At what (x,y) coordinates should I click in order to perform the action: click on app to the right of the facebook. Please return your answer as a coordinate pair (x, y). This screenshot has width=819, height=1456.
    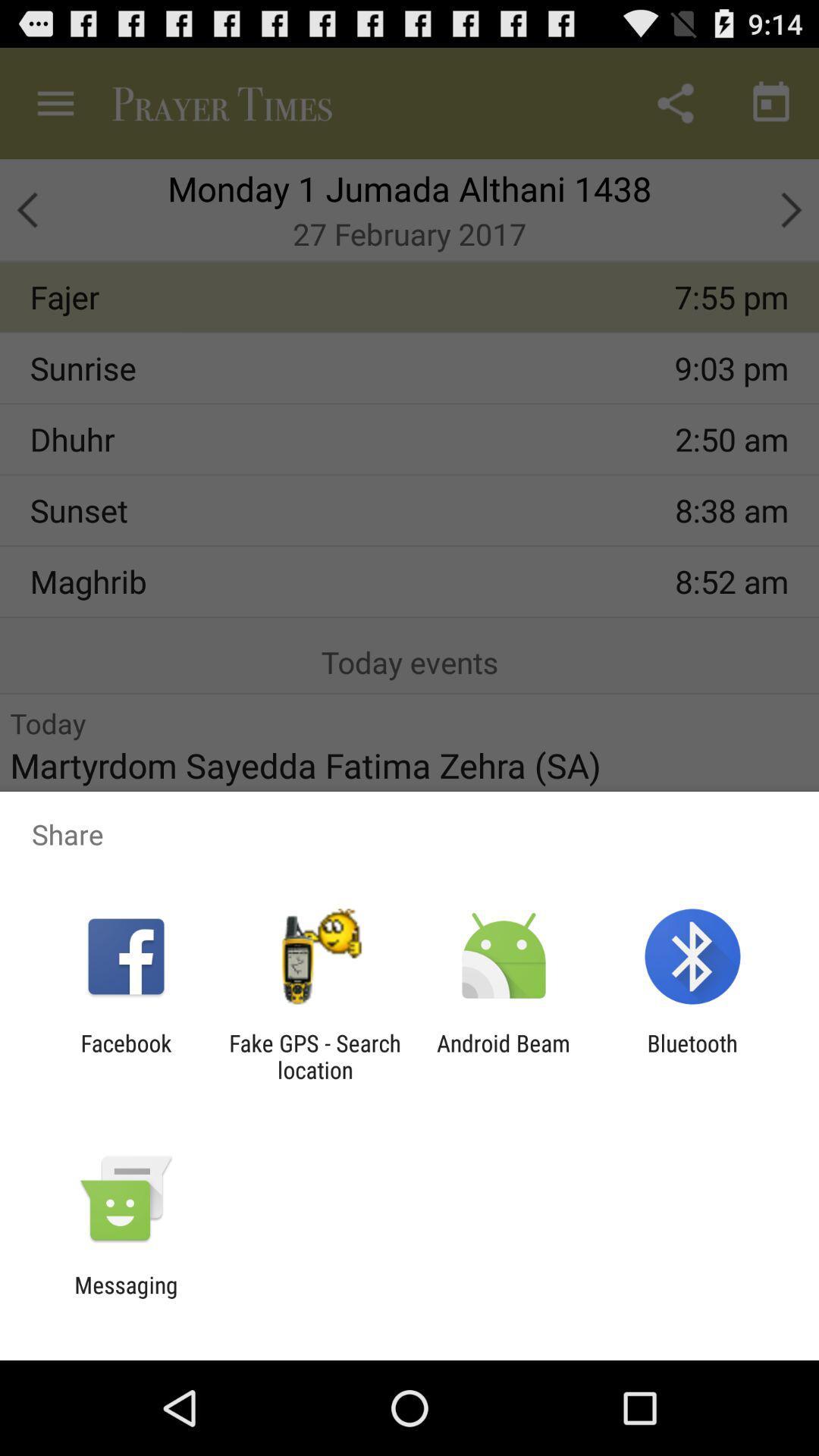
    Looking at the image, I should click on (314, 1056).